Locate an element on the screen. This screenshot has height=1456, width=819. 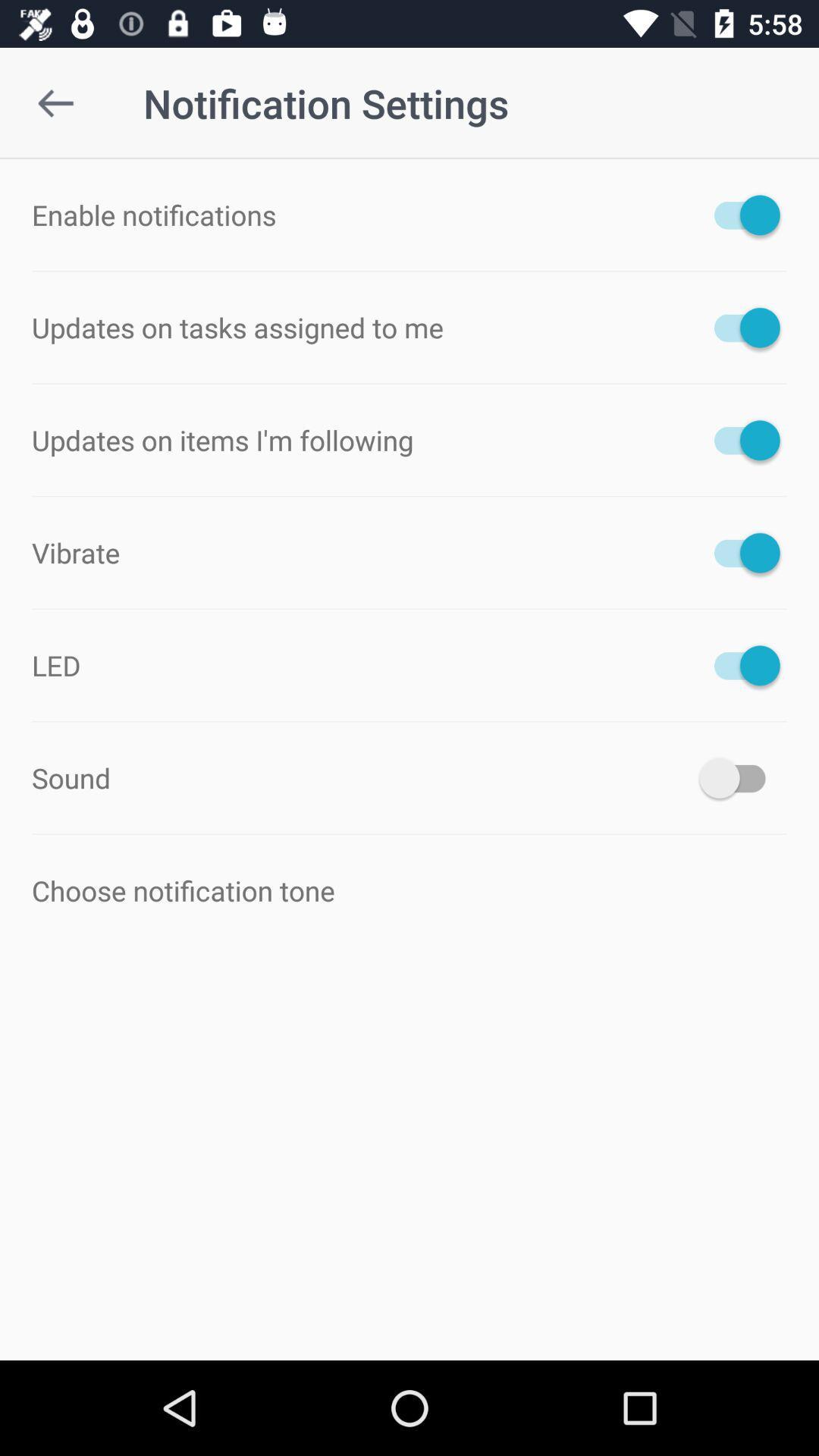
updates on items i 'm following is located at coordinates (739, 439).